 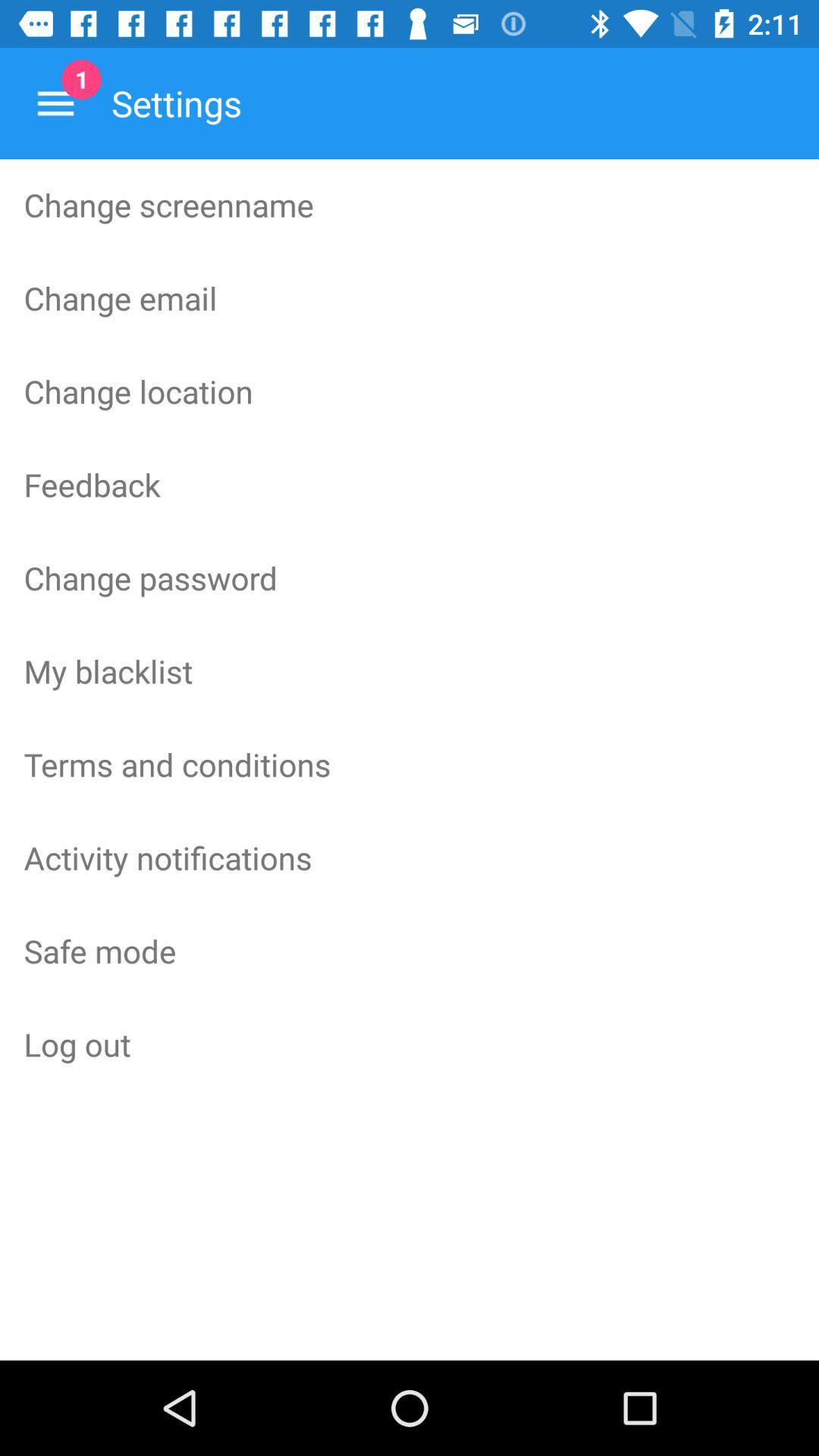 I want to click on the icon above terms and conditions item, so click(x=409, y=670).